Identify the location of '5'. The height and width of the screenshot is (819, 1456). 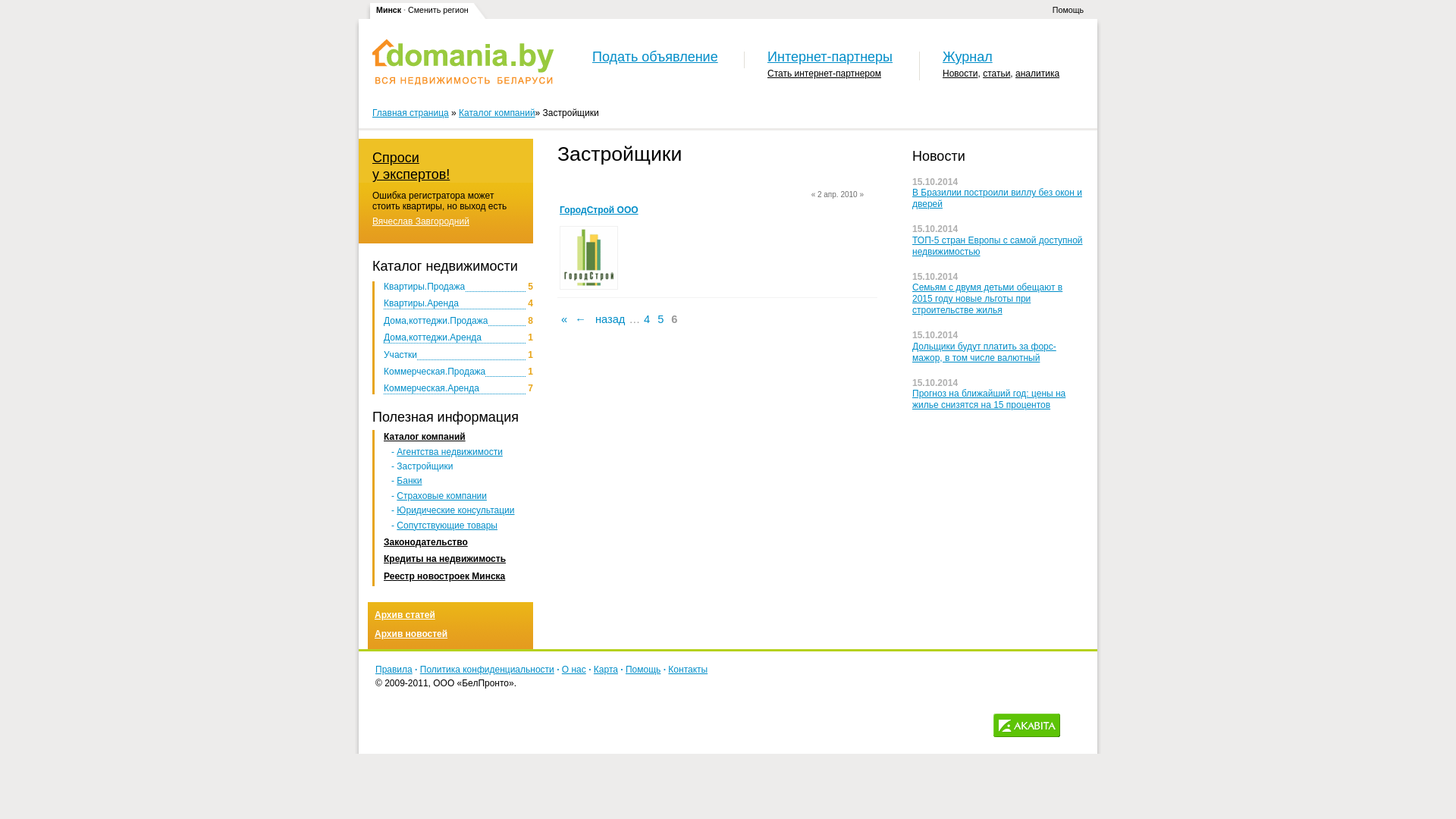
(660, 318).